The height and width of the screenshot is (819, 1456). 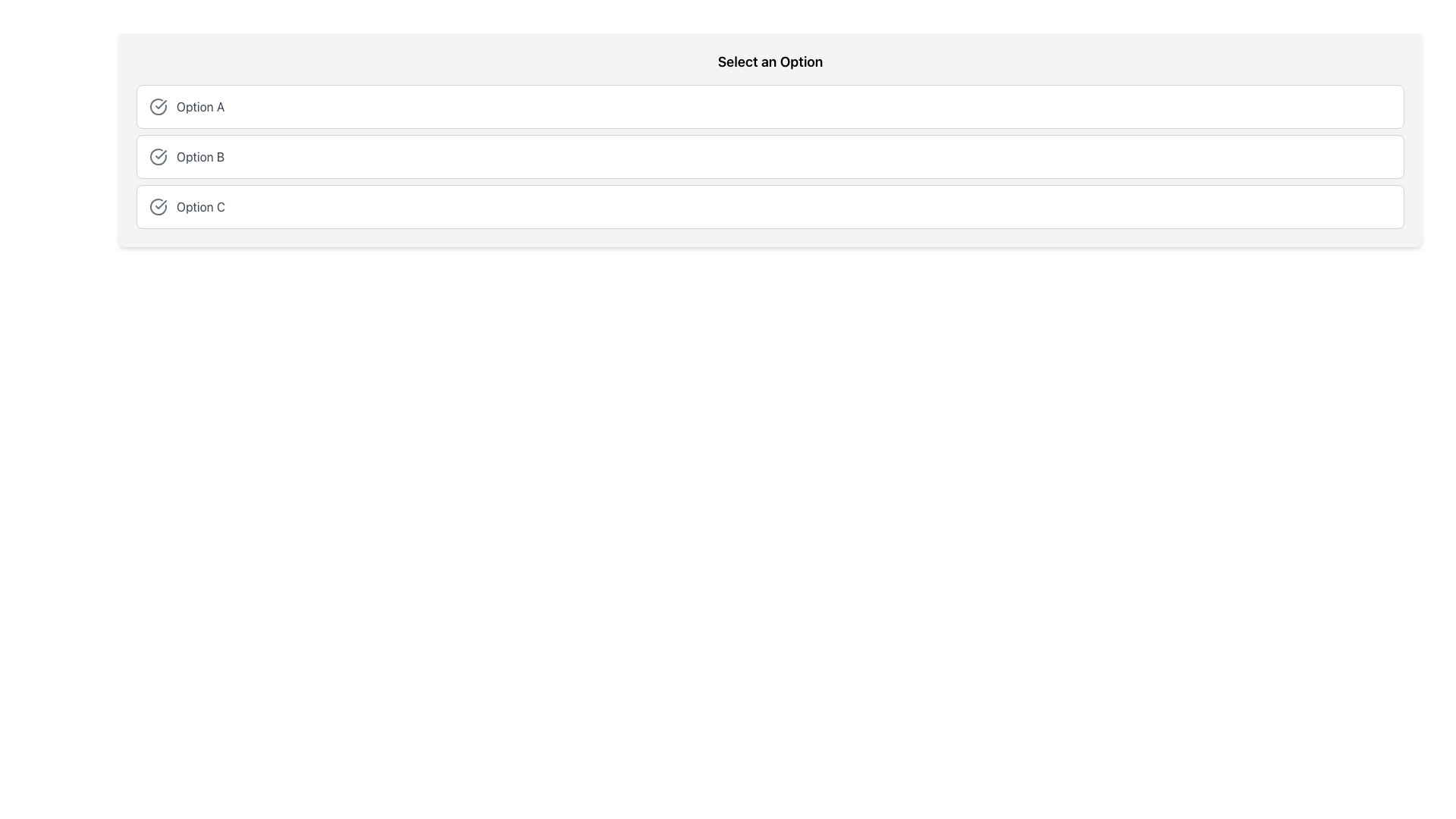 What do you see at coordinates (200, 207) in the screenshot?
I see `the textual label for the third option in the vertical list of selectable items, which indicates its title to the user` at bounding box center [200, 207].